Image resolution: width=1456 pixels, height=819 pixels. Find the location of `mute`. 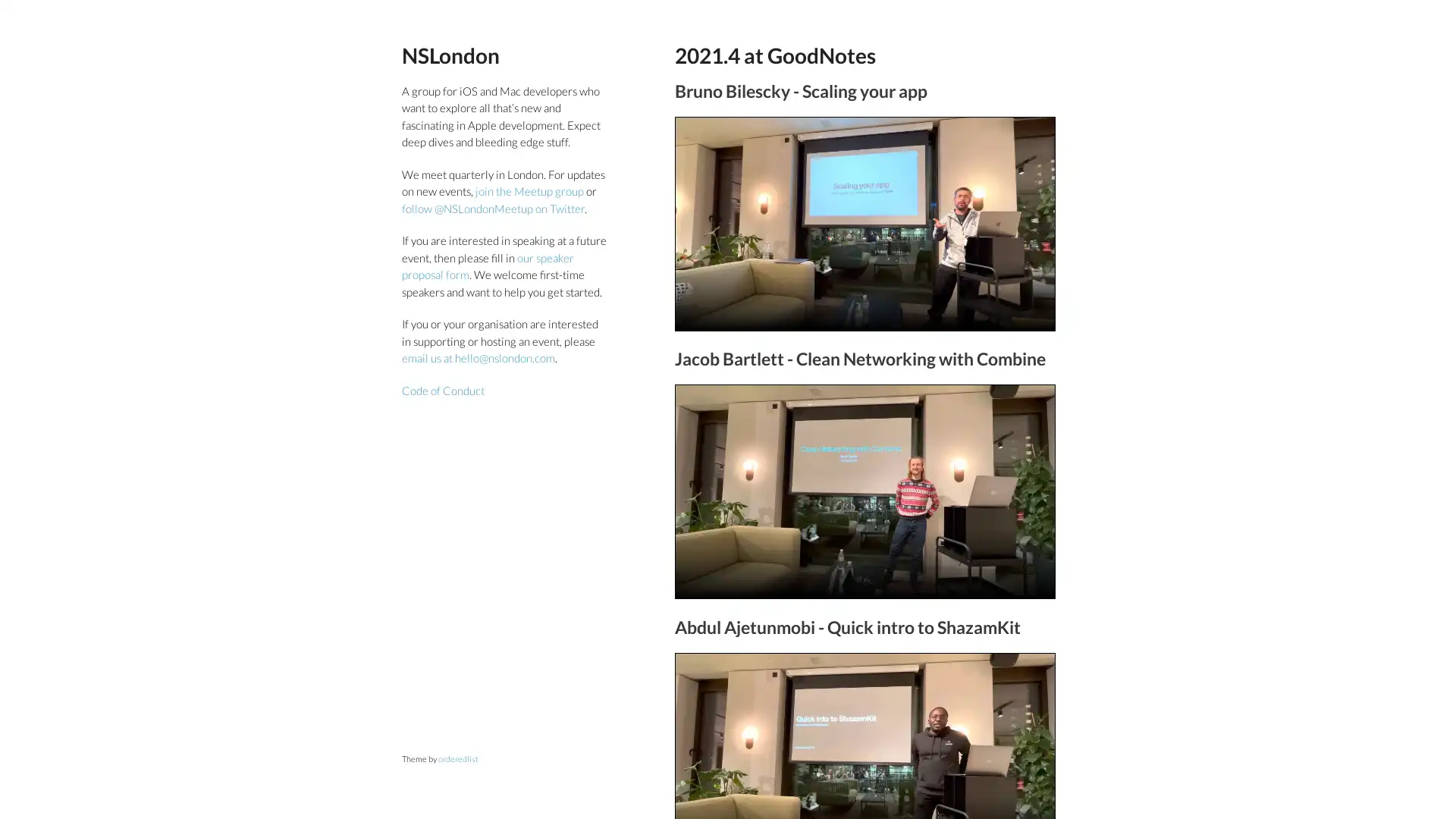

mute is located at coordinates (963, 561).